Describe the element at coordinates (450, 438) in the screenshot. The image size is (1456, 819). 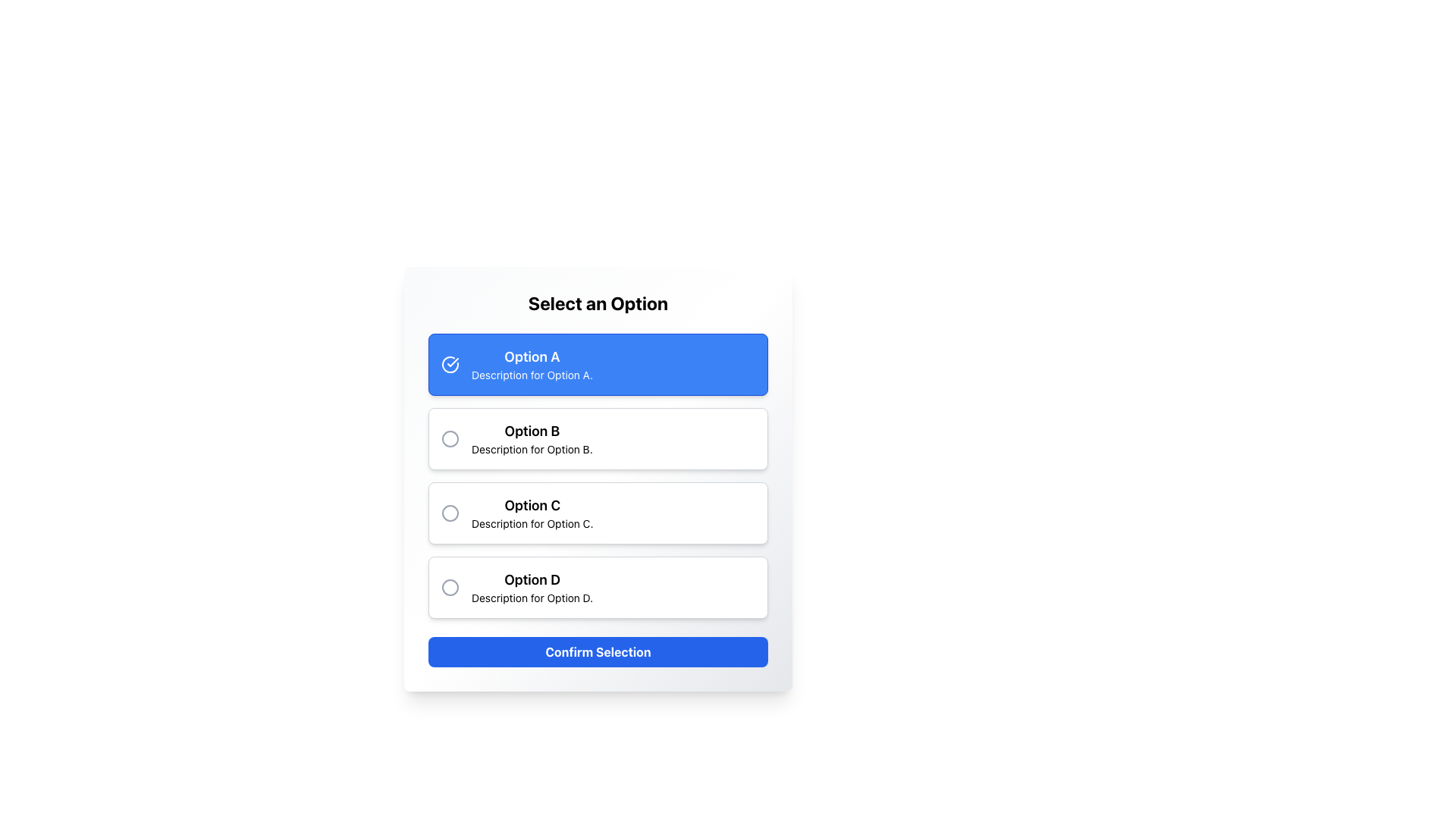
I see `the radio button for 'Option B'` at that location.